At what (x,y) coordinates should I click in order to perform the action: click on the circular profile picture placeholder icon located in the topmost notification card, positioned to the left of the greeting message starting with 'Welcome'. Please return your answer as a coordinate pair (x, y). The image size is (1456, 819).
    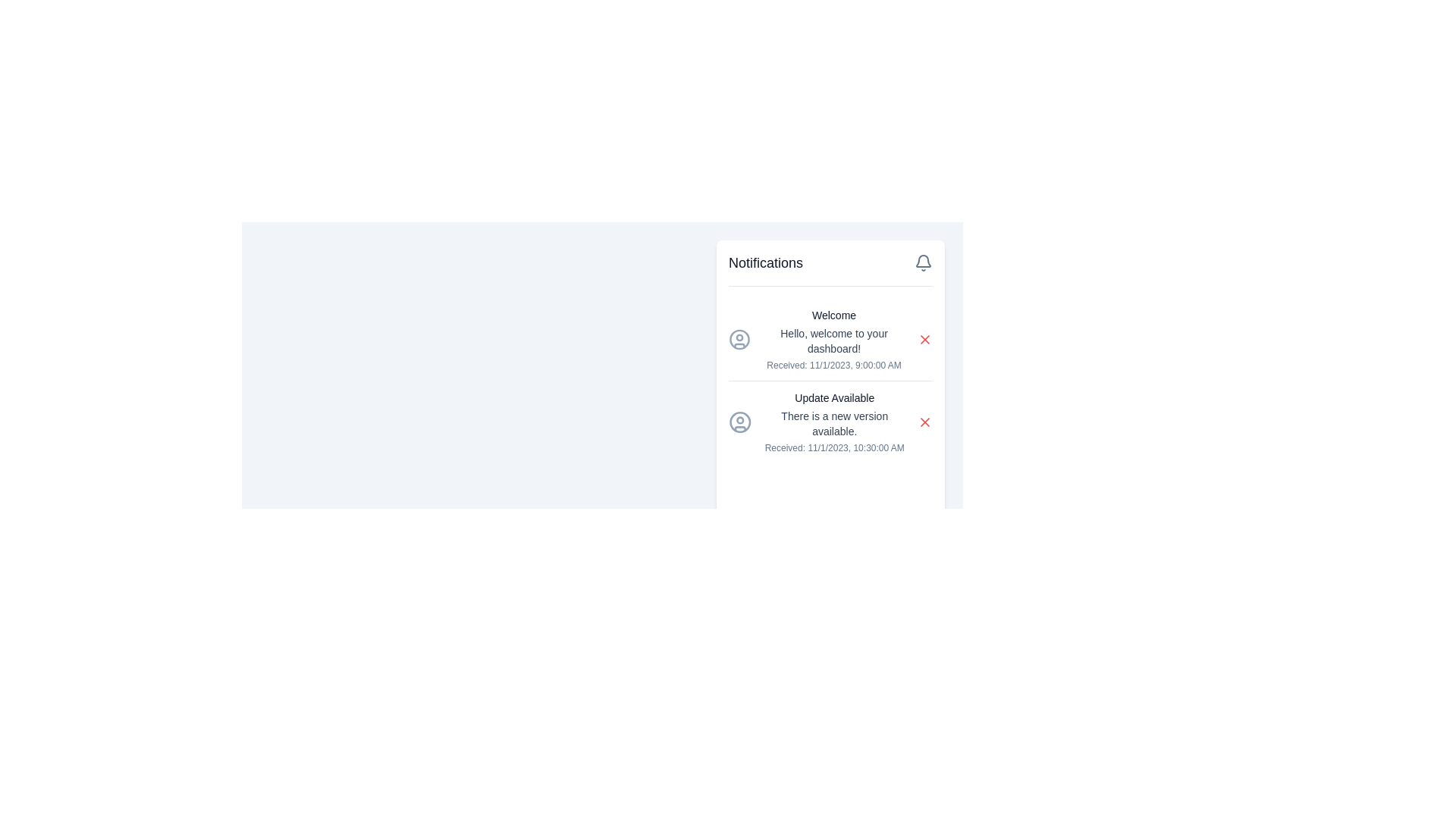
    Looking at the image, I should click on (739, 338).